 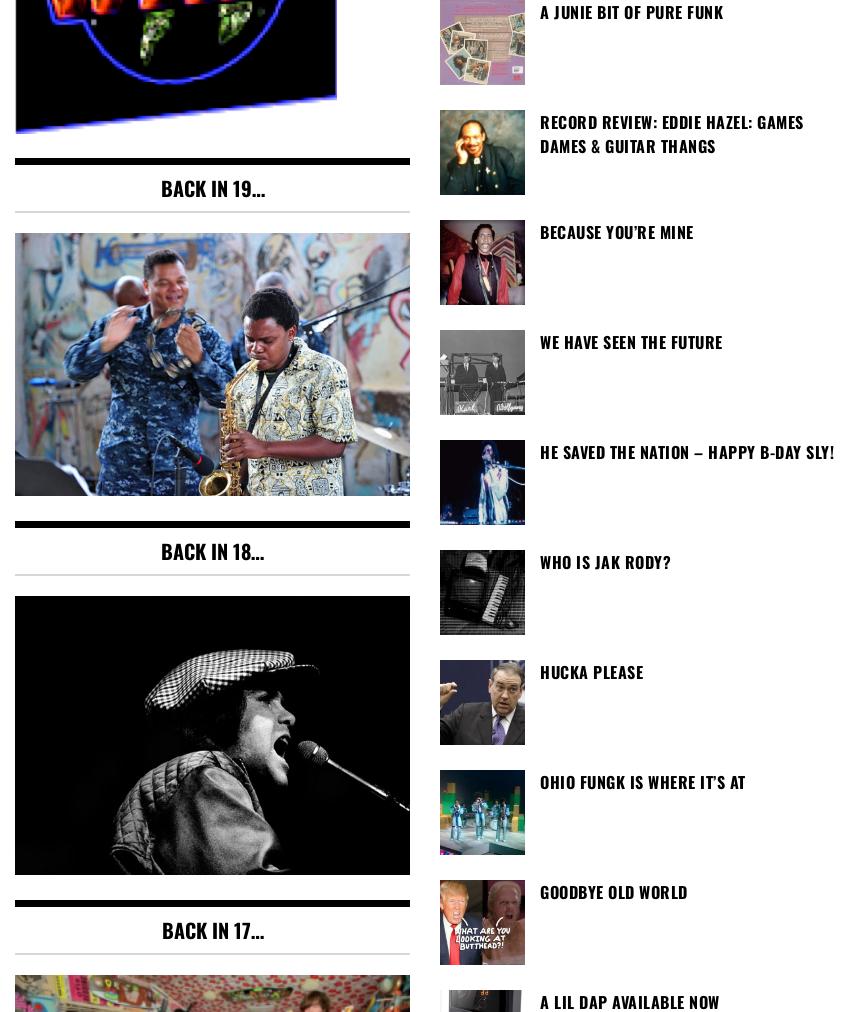 What do you see at coordinates (210, 188) in the screenshot?
I see `'Back in 19…'` at bounding box center [210, 188].